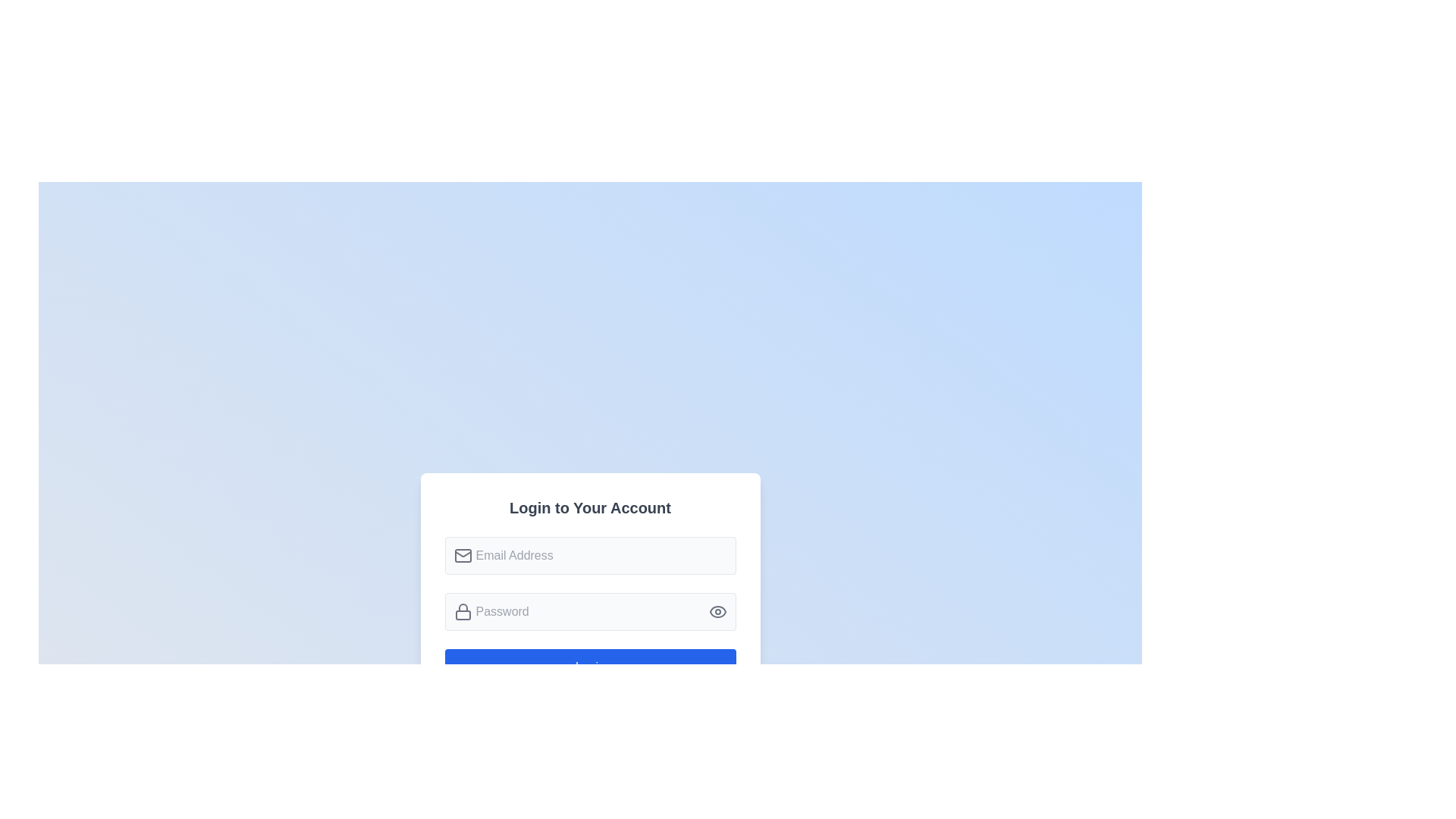 The height and width of the screenshot is (819, 1456). What do you see at coordinates (462, 555) in the screenshot?
I see `the decorative SVG icon indicating the email input field to potentially trigger a tooltip` at bounding box center [462, 555].